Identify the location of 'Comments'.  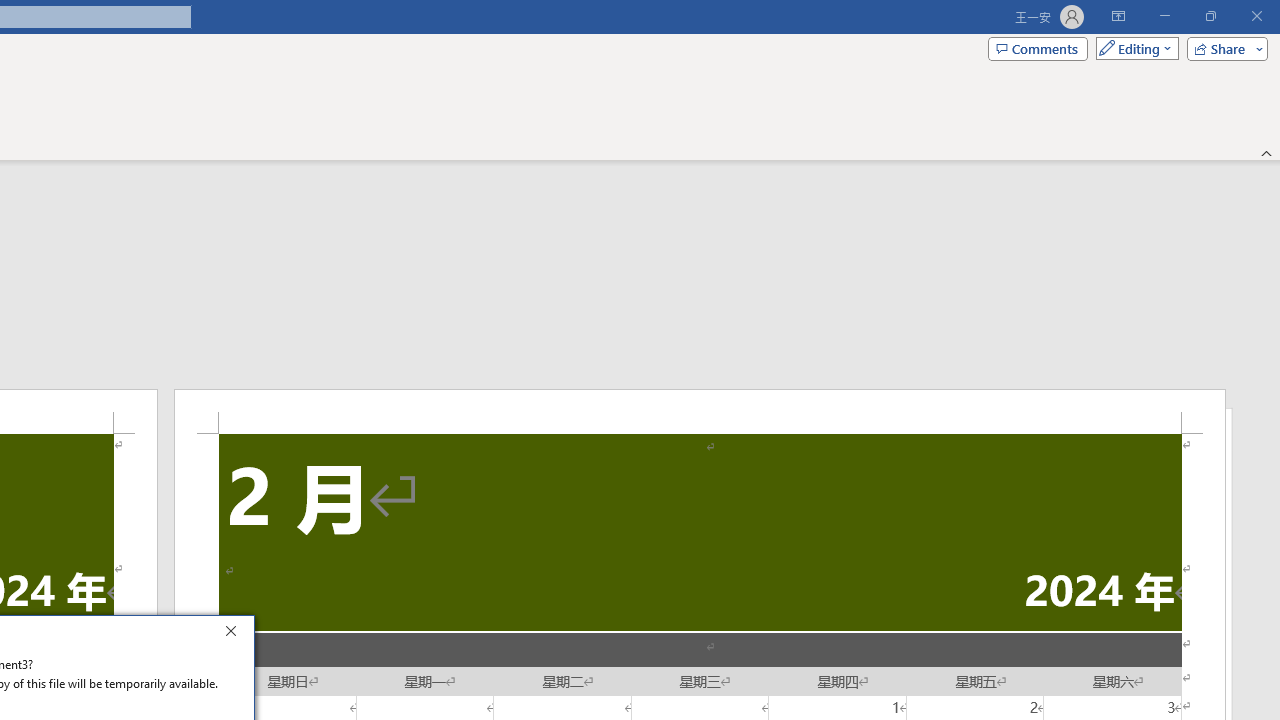
(1038, 47).